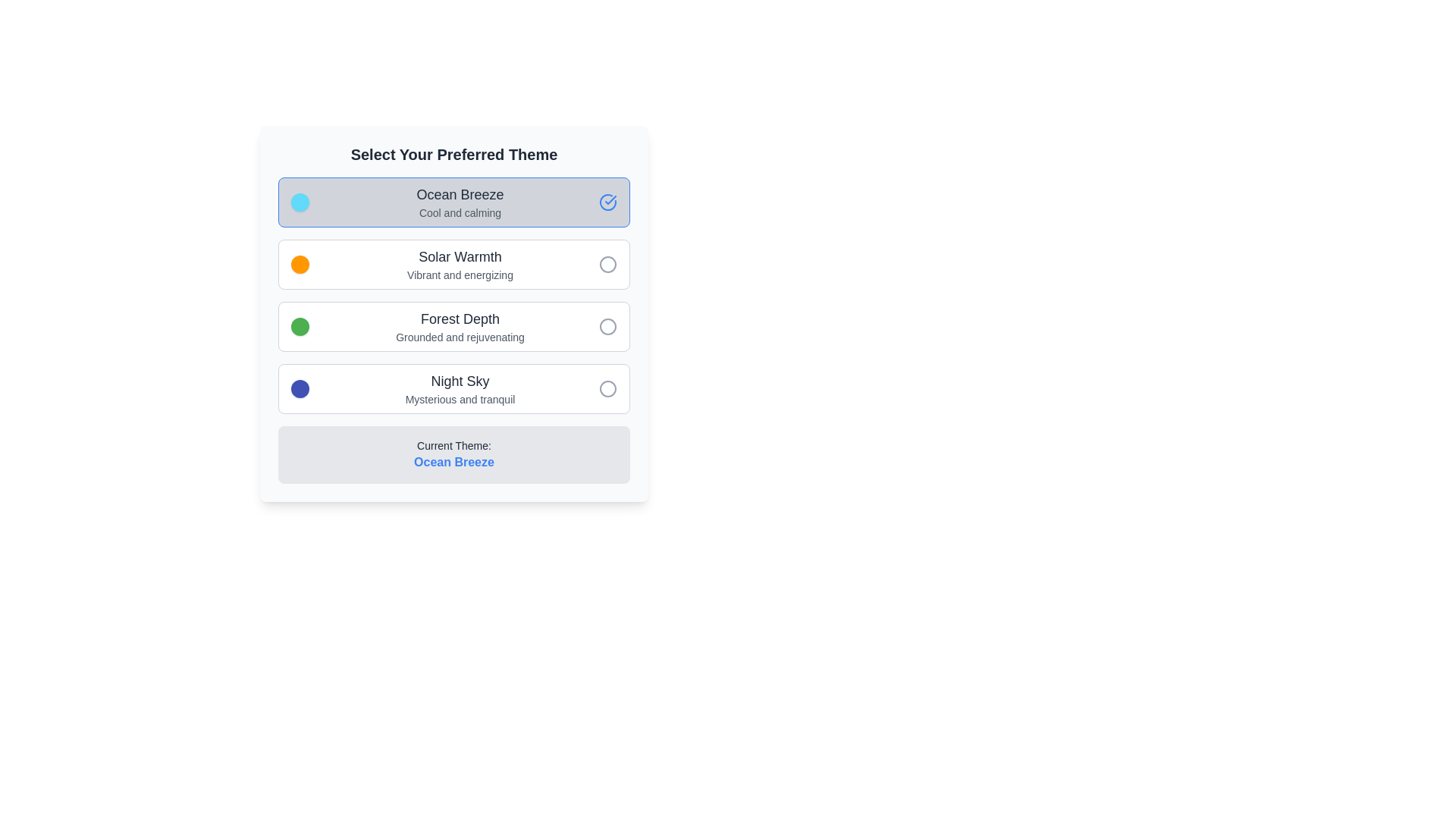 This screenshot has width=1456, height=819. What do you see at coordinates (459, 380) in the screenshot?
I see `text label titled 'Night Sky' which is the fourth theme option in the vertical stack, accompanied by a circular blue theme indicator and a smaller descriptive text below it` at bounding box center [459, 380].